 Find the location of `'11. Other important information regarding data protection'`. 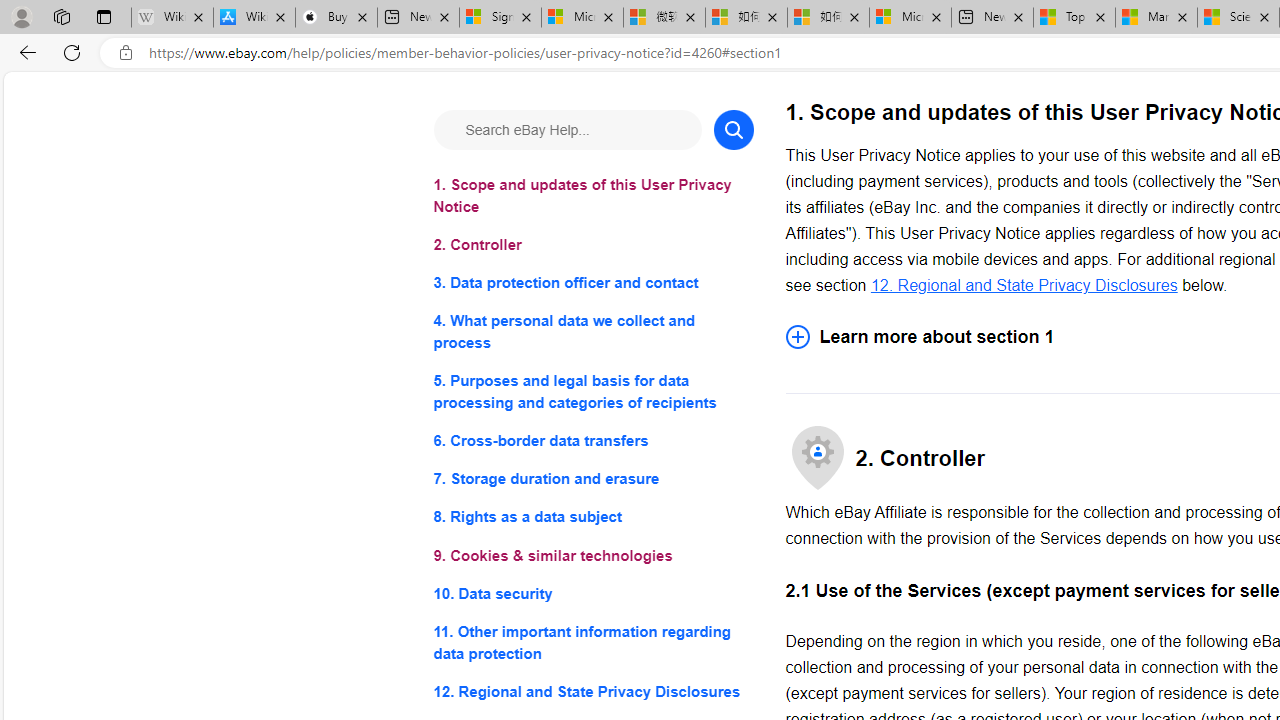

'11. Other important information regarding data protection' is located at coordinates (592, 642).